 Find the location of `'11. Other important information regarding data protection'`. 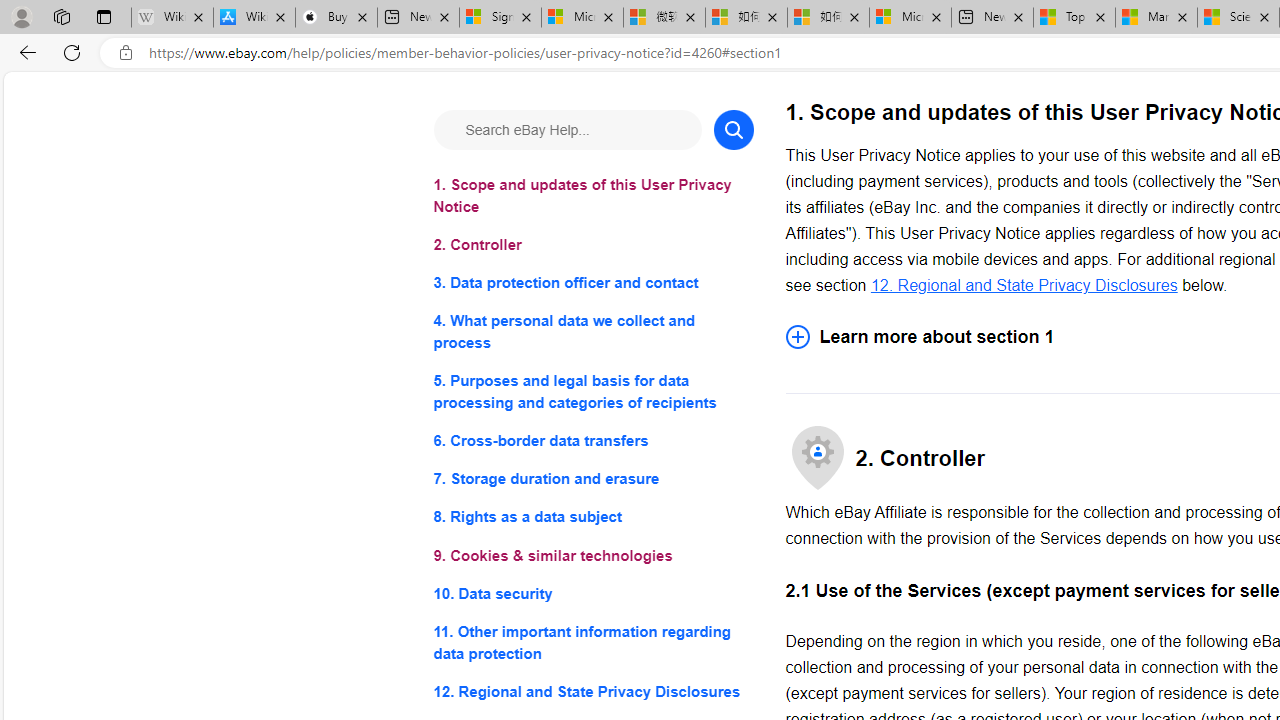

'11. Other important information regarding data protection' is located at coordinates (592, 642).